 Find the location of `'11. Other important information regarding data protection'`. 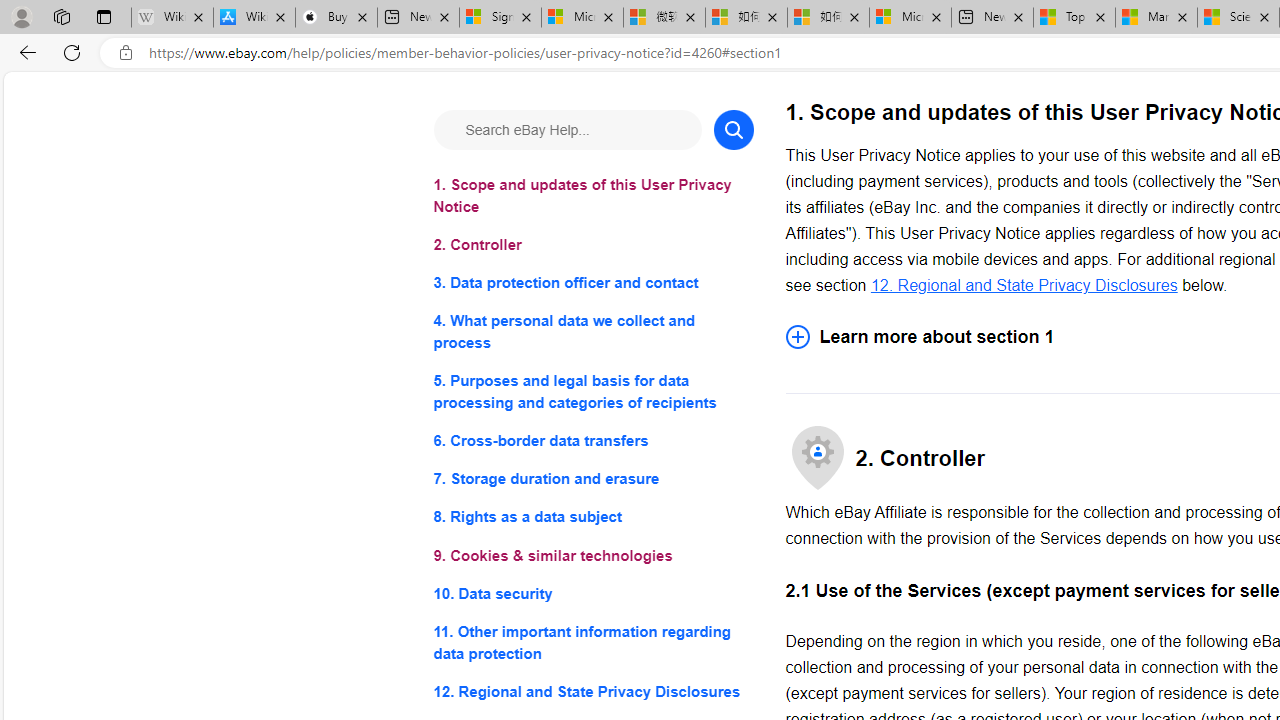

'11. Other important information regarding data protection' is located at coordinates (592, 642).